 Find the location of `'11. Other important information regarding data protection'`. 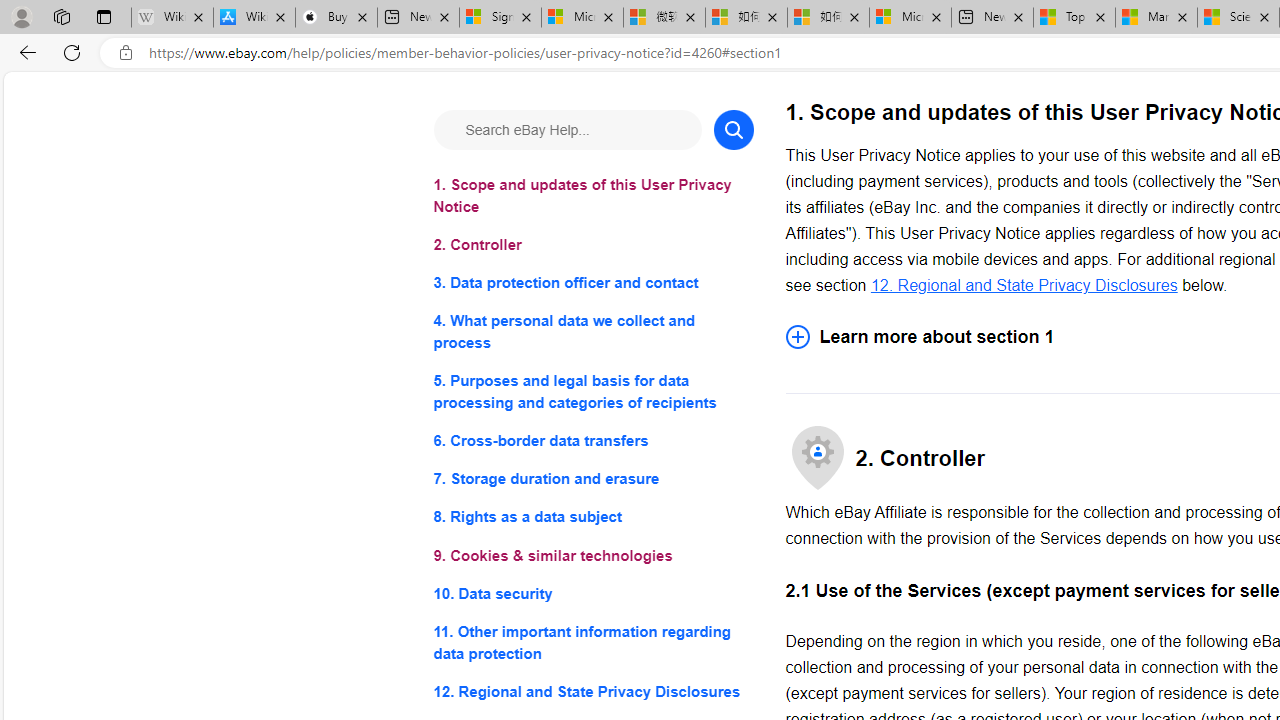

'11. Other important information regarding data protection' is located at coordinates (592, 642).